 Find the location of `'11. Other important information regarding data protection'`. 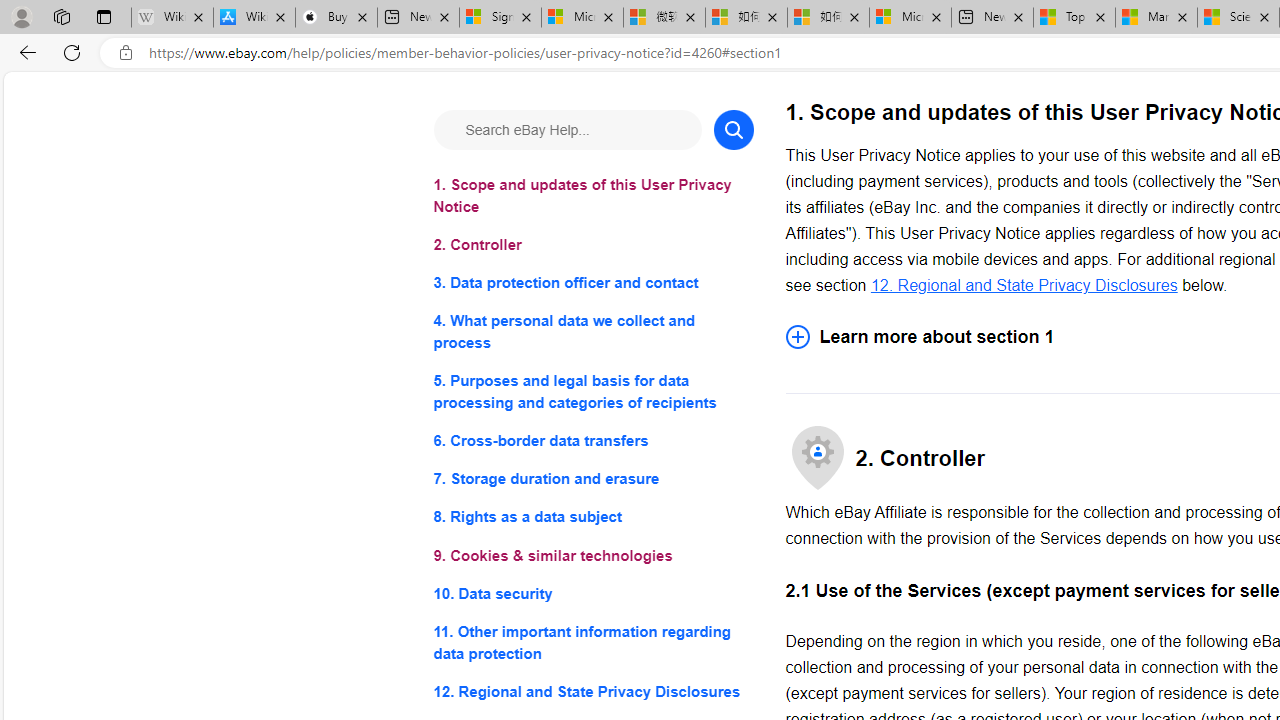

'11. Other important information regarding data protection' is located at coordinates (592, 642).